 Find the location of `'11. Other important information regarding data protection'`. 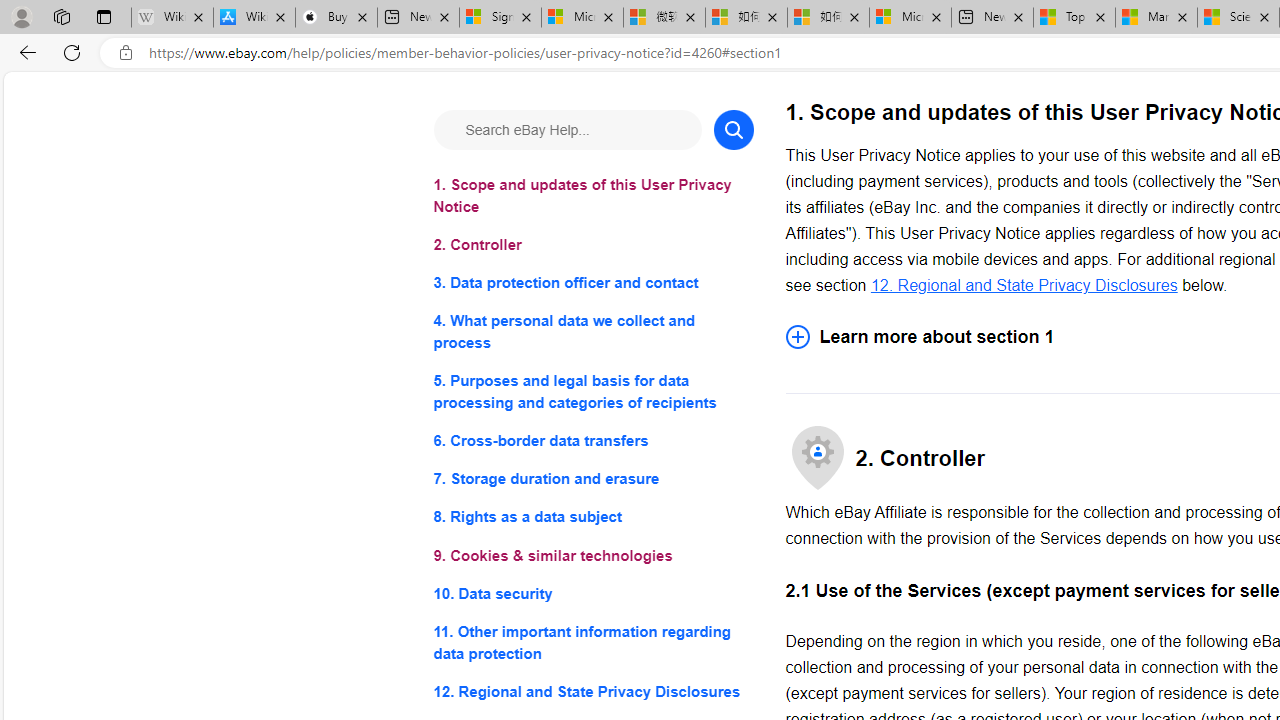

'11. Other important information regarding data protection' is located at coordinates (592, 642).